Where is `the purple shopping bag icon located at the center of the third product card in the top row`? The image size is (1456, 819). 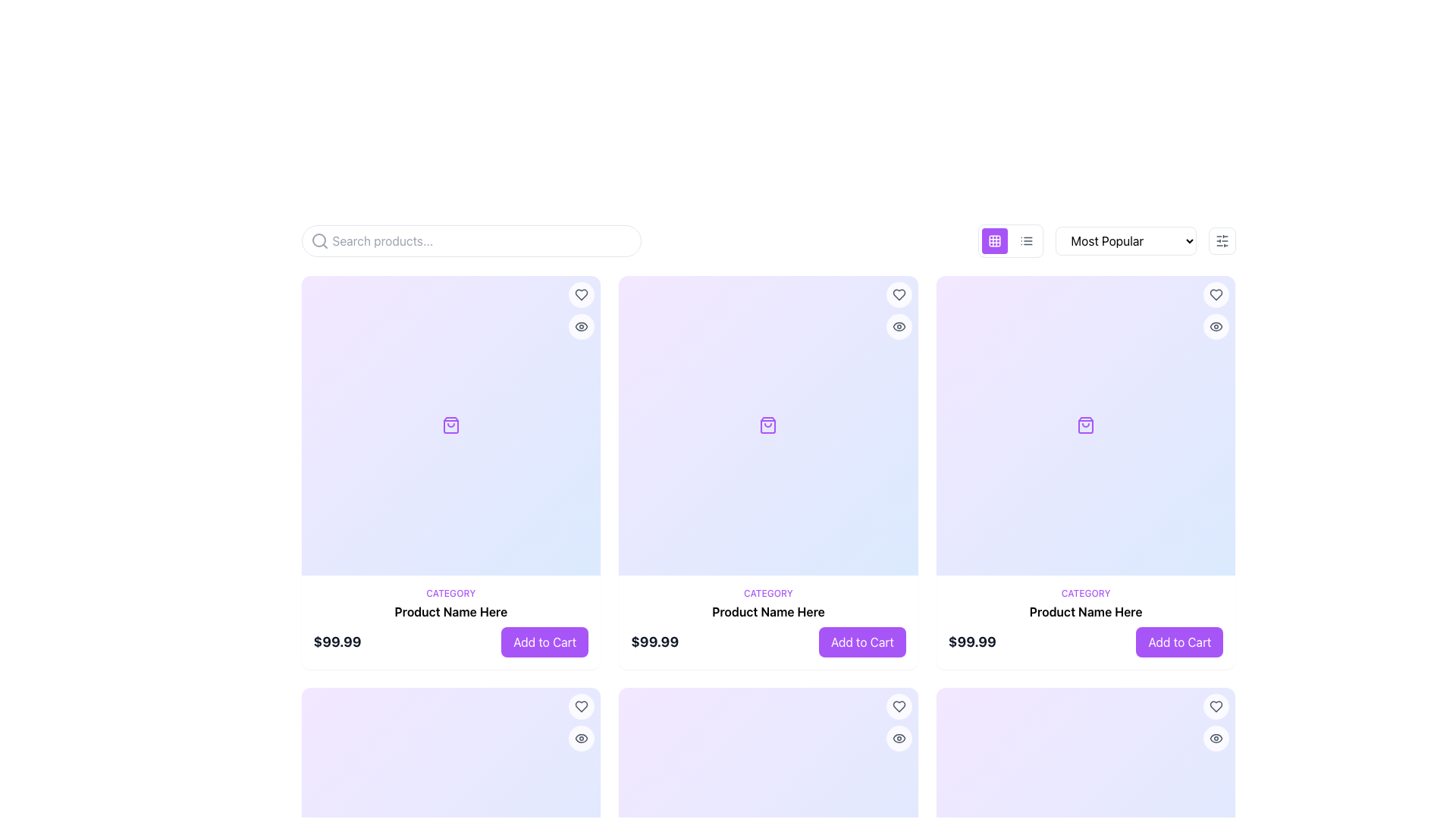
the purple shopping bag icon located at the center of the third product card in the top row is located at coordinates (1085, 425).